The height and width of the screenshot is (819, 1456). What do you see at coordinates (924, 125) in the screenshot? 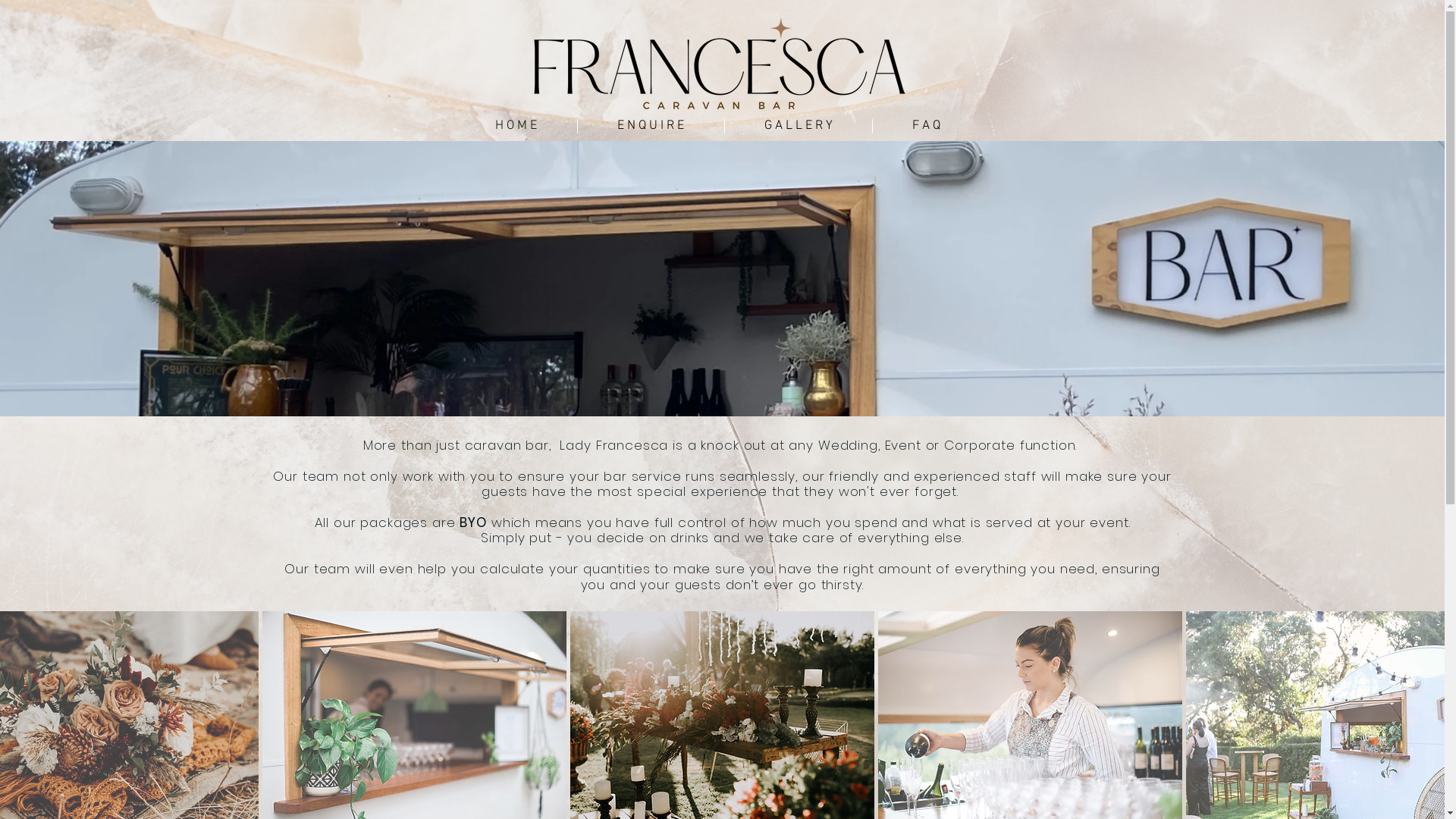
I see `'F A Q'` at bounding box center [924, 125].